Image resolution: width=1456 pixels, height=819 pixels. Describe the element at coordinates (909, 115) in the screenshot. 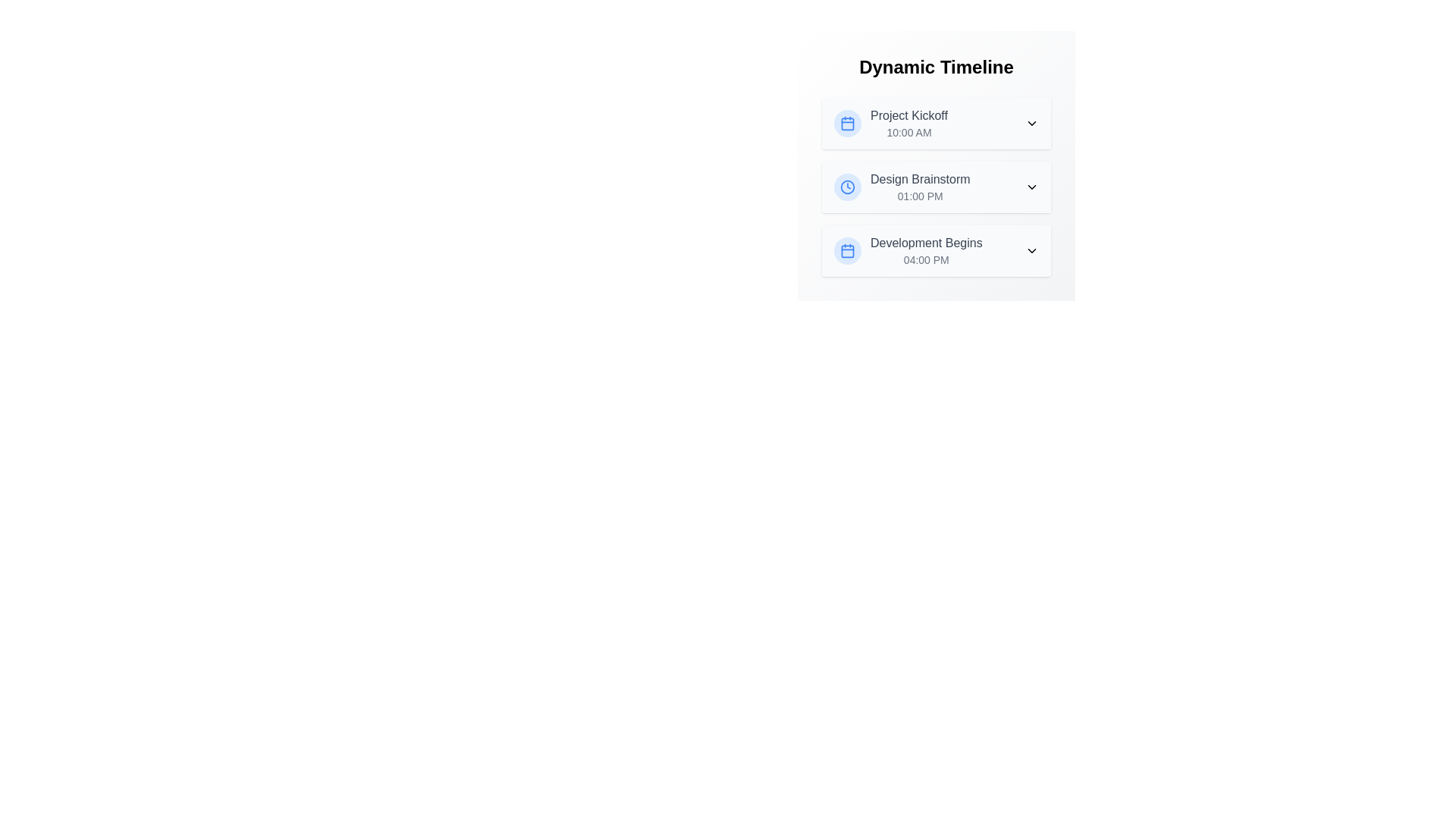

I see `the 'Project Kickoff' label, which is styled with a medium-weight font and gray color, located at the top of the event list under 'Dynamic Timeline'` at that location.